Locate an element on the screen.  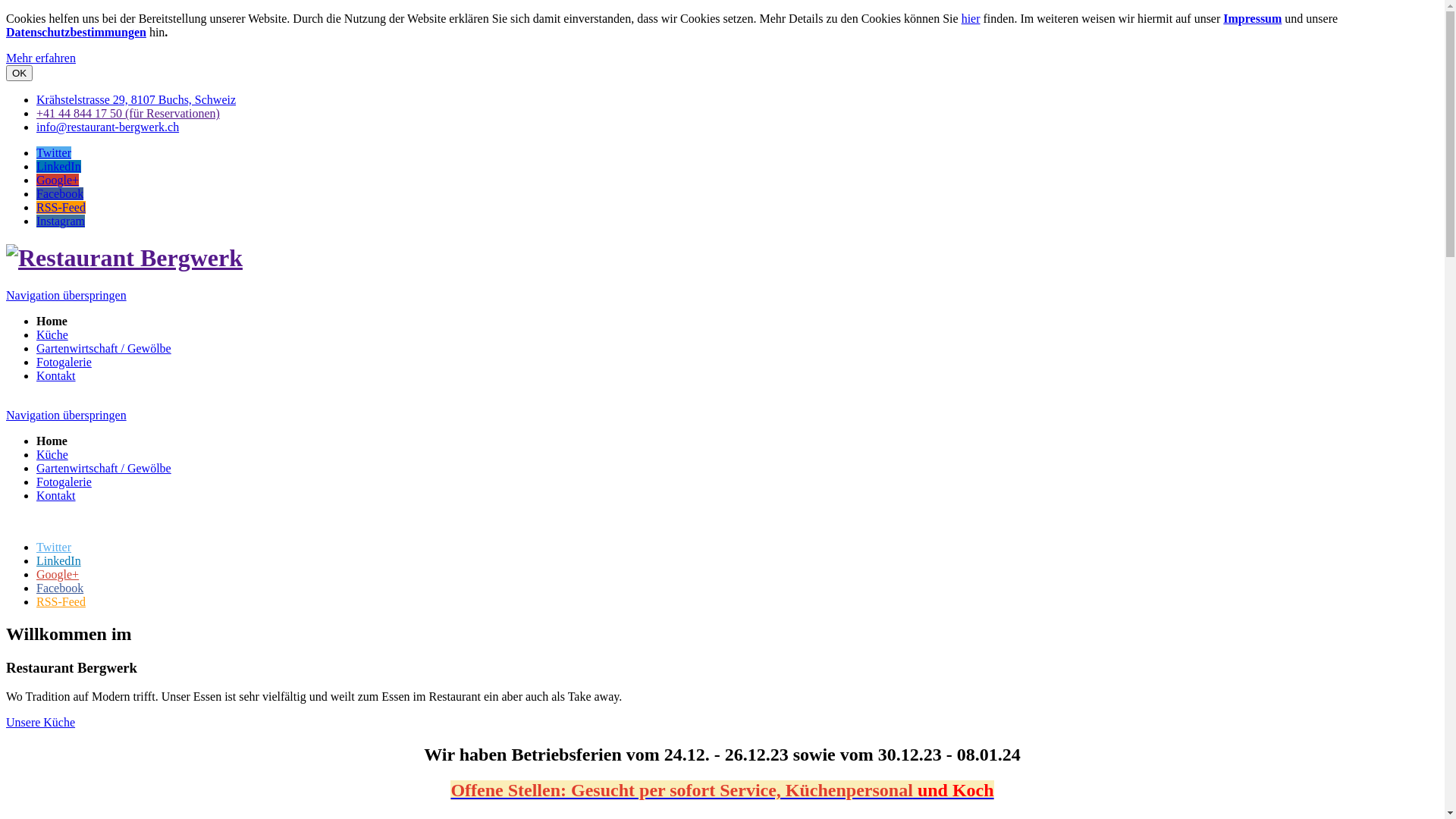
'Kontakt' is located at coordinates (55, 495).